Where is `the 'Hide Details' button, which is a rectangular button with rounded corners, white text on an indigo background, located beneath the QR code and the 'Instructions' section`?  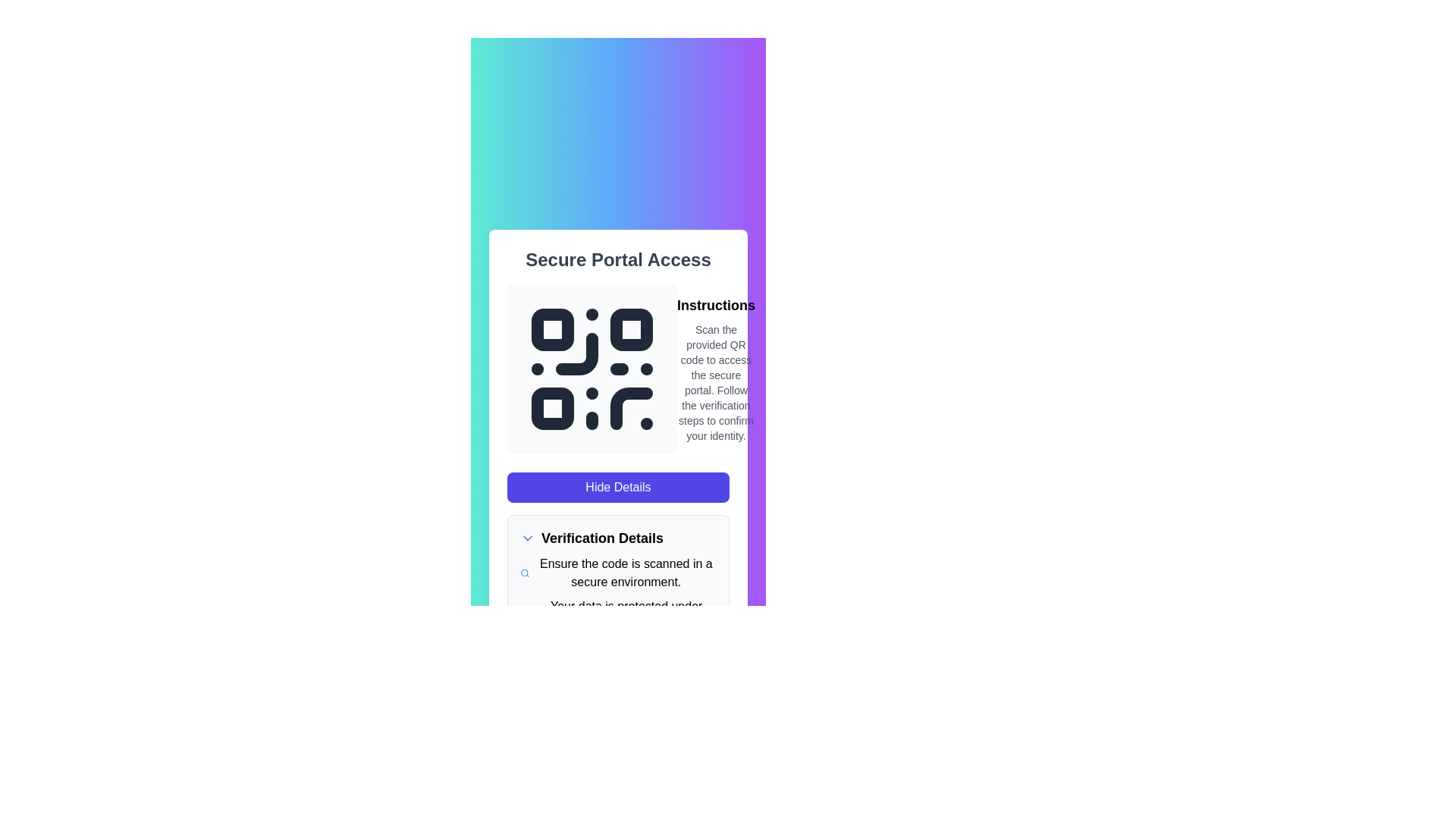 the 'Hide Details' button, which is a rectangular button with rounded corners, white text on an indigo background, located beneath the QR code and the 'Instructions' section is located at coordinates (618, 488).